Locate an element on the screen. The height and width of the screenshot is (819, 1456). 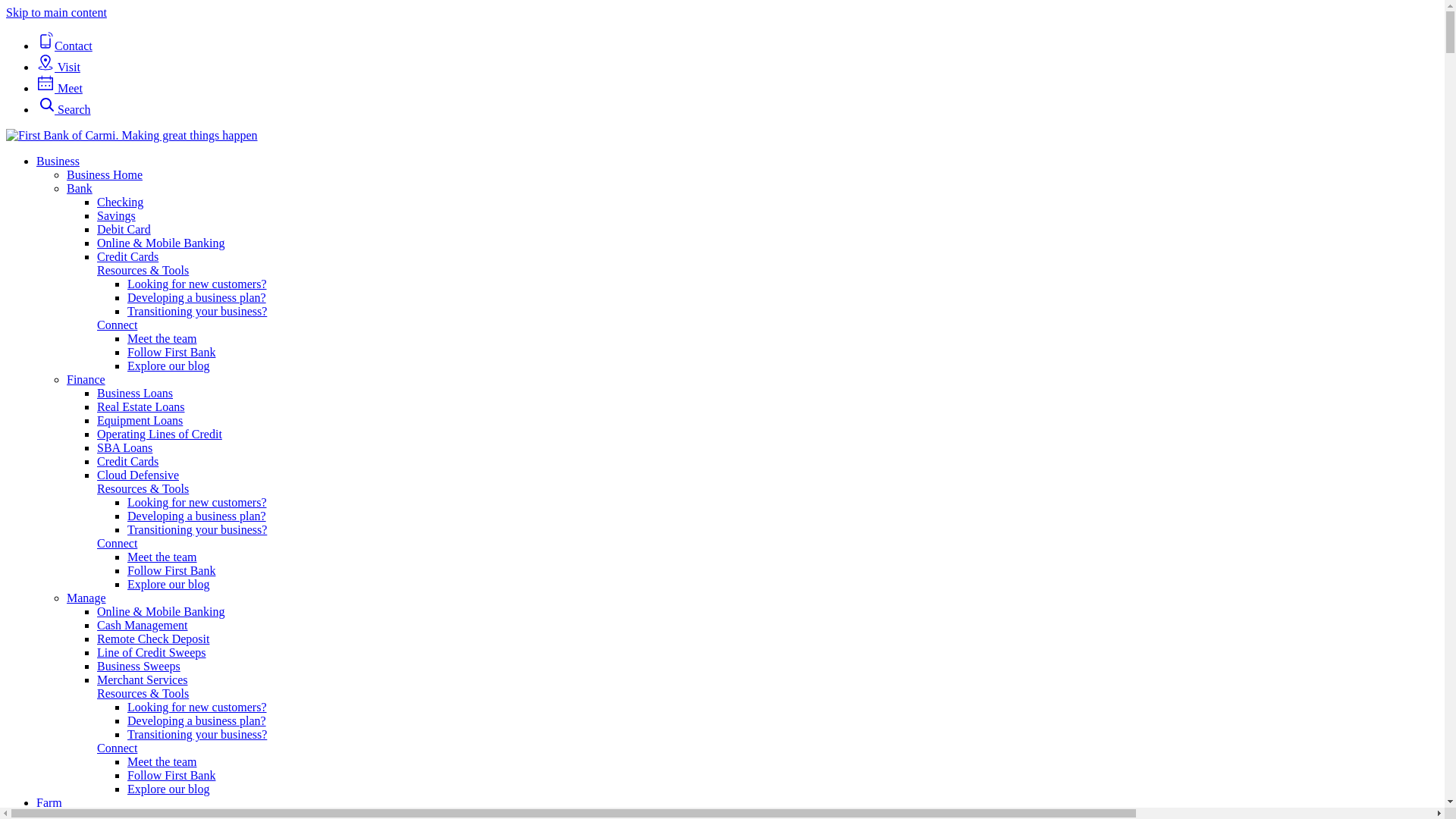
'Credit Cards' is located at coordinates (127, 256).